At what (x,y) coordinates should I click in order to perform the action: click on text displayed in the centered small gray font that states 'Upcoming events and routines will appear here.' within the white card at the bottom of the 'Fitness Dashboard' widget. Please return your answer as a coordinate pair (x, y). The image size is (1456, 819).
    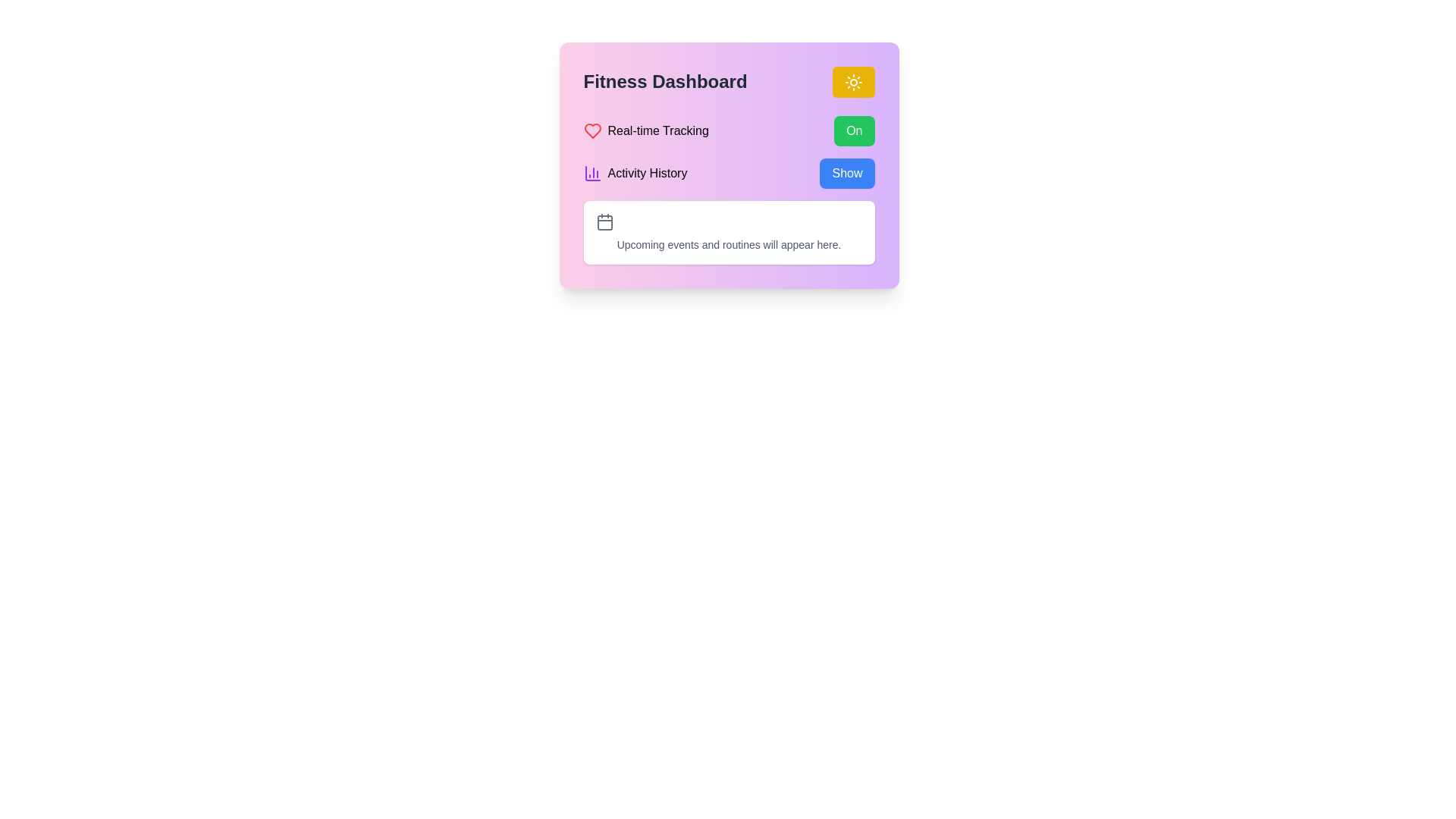
    Looking at the image, I should click on (729, 243).